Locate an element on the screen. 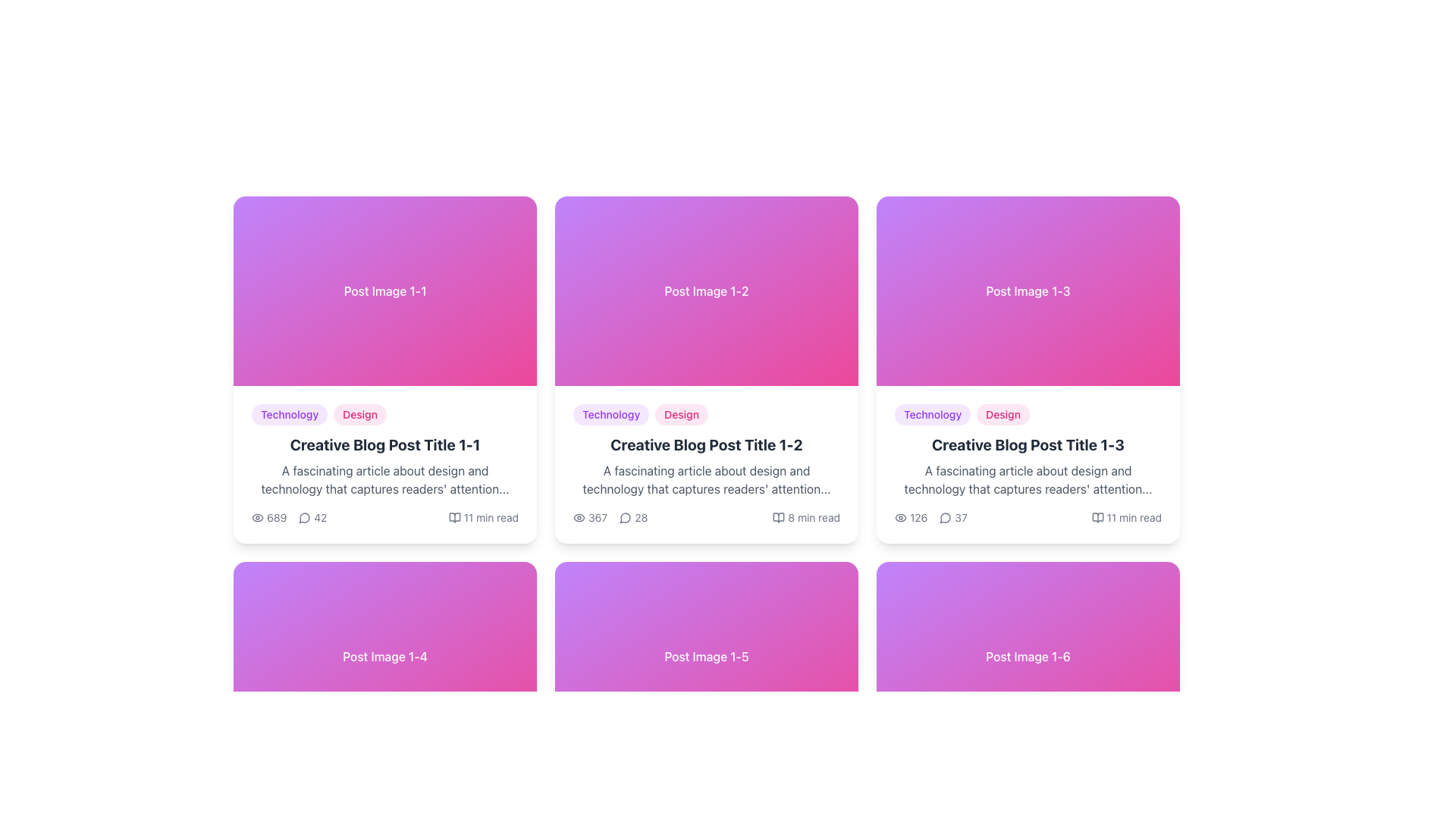 The image size is (1456, 819). displayed view count from the label that combines an eye-shaped icon and the number '126', located within a blog post card layout is located at coordinates (910, 516).